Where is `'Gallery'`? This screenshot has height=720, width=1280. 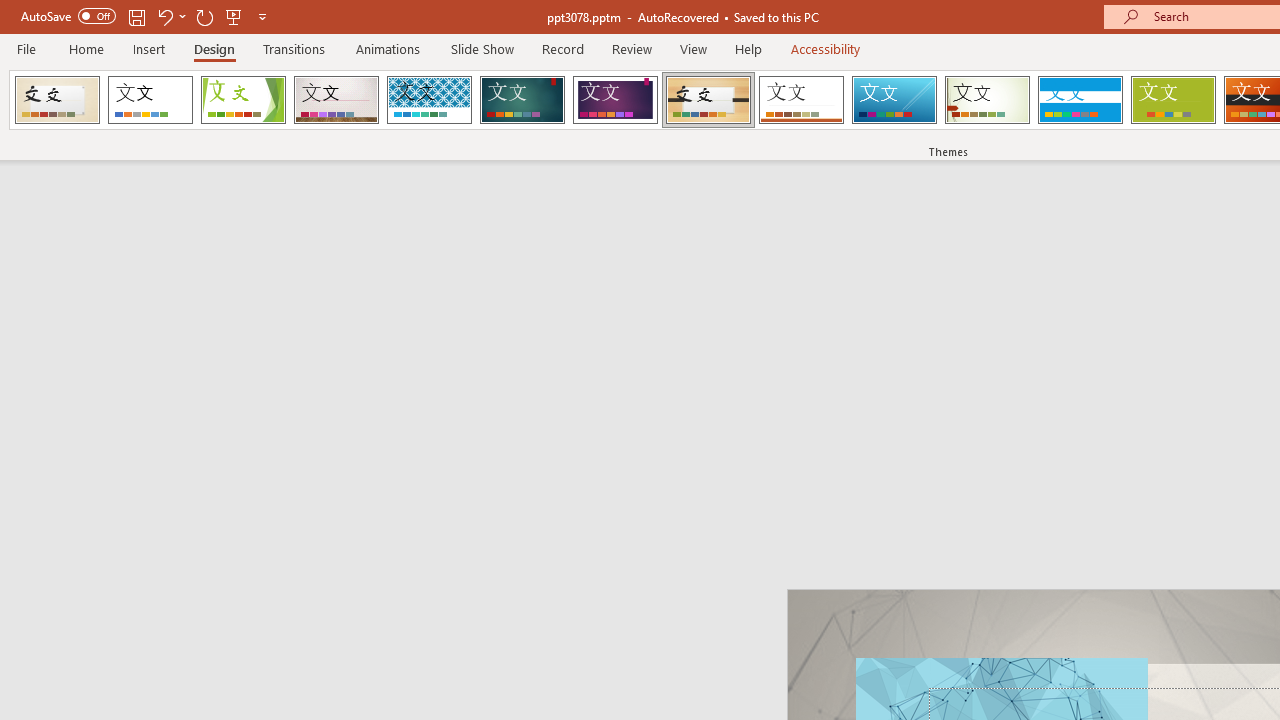
'Gallery' is located at coordinates (336, 100).